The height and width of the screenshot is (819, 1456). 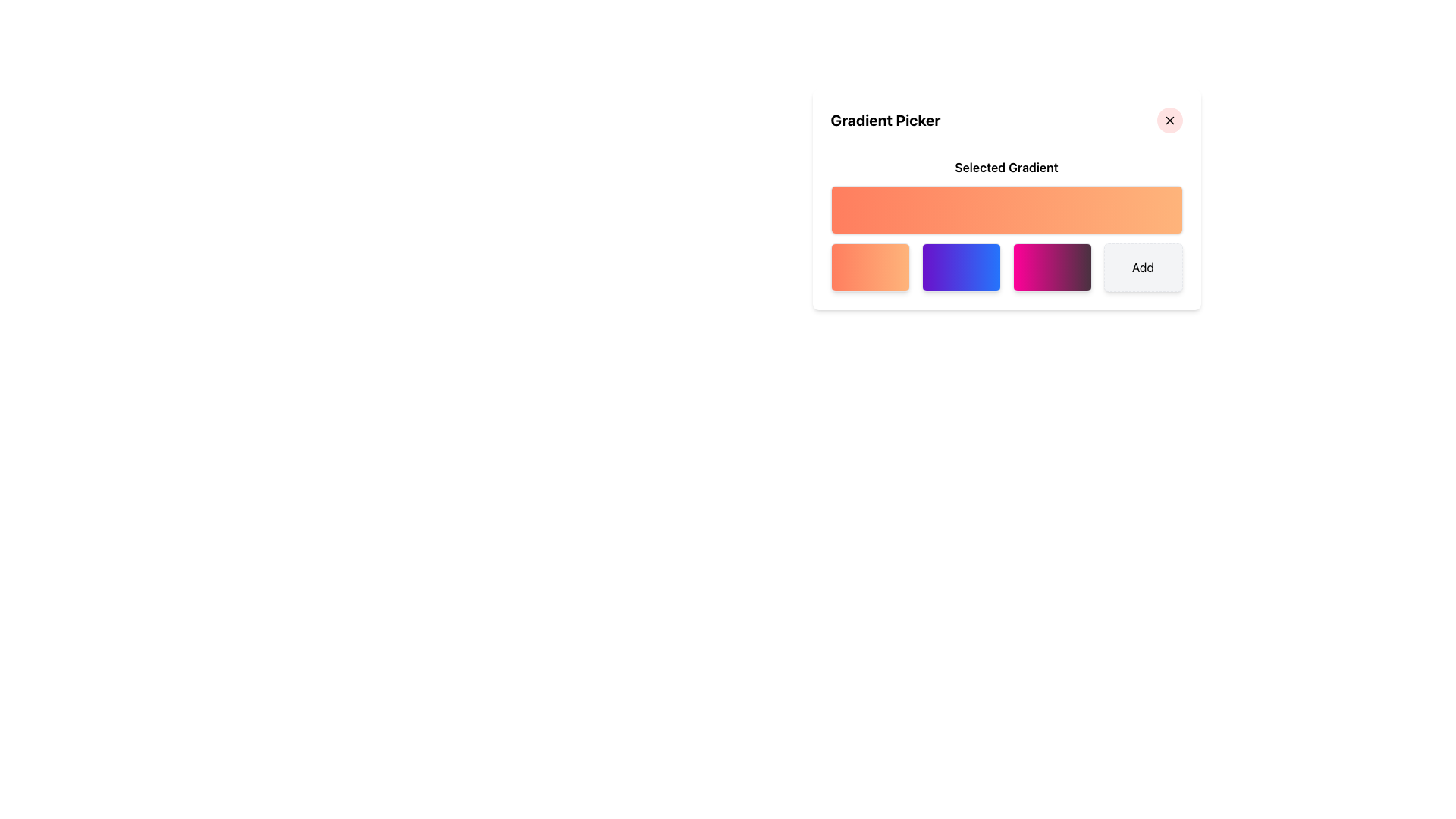 What do you see at coordinates (1169, 119) in the screenshot?
I see `the close icon button, which is a small 'X' shaped icon located at the top-right corner of the 'Gradient Picker' panel` at bounding box center [1169, 119].